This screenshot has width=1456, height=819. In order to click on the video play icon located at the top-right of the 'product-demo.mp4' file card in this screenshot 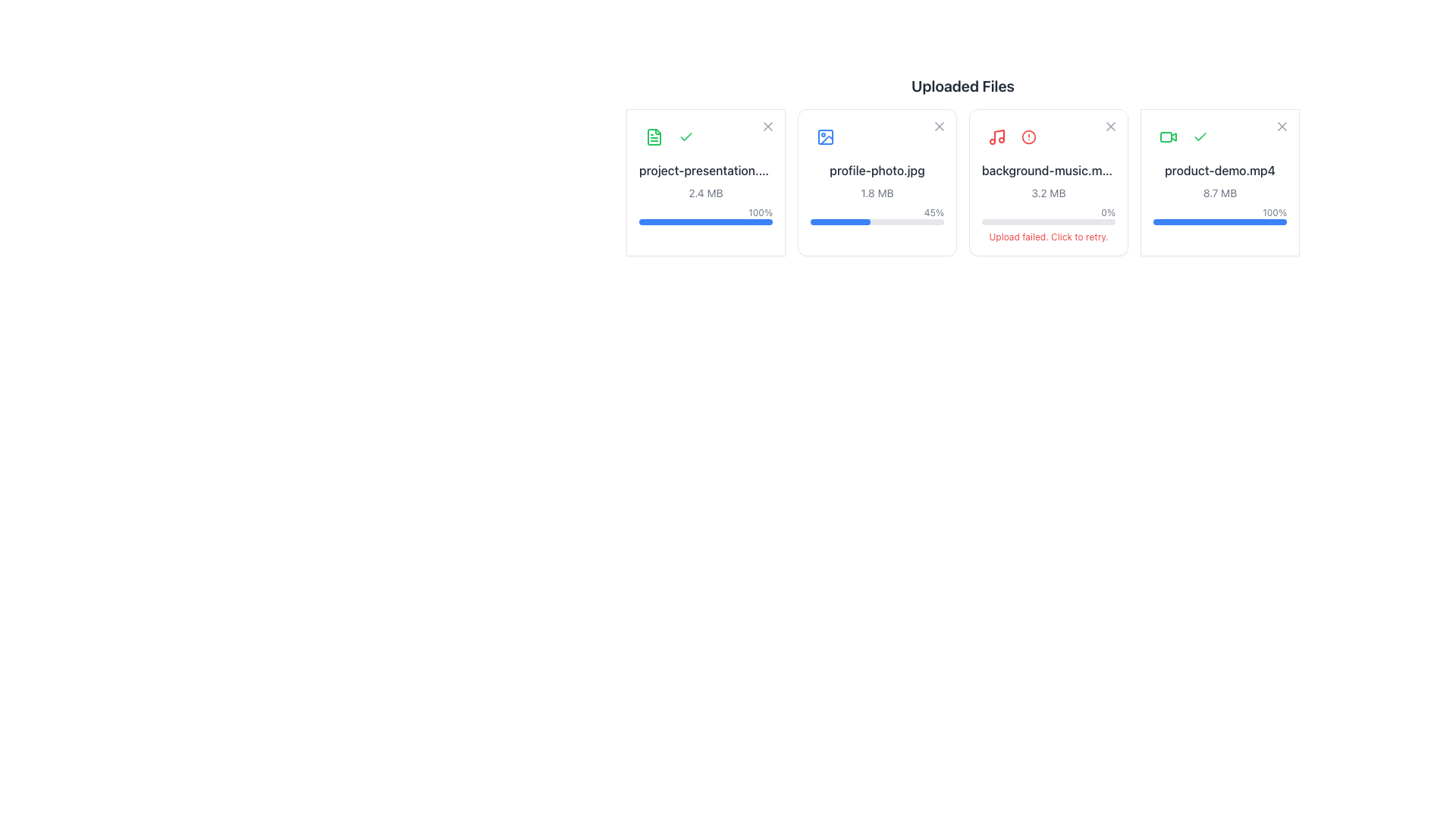, I will do `click(1173, 136)`.